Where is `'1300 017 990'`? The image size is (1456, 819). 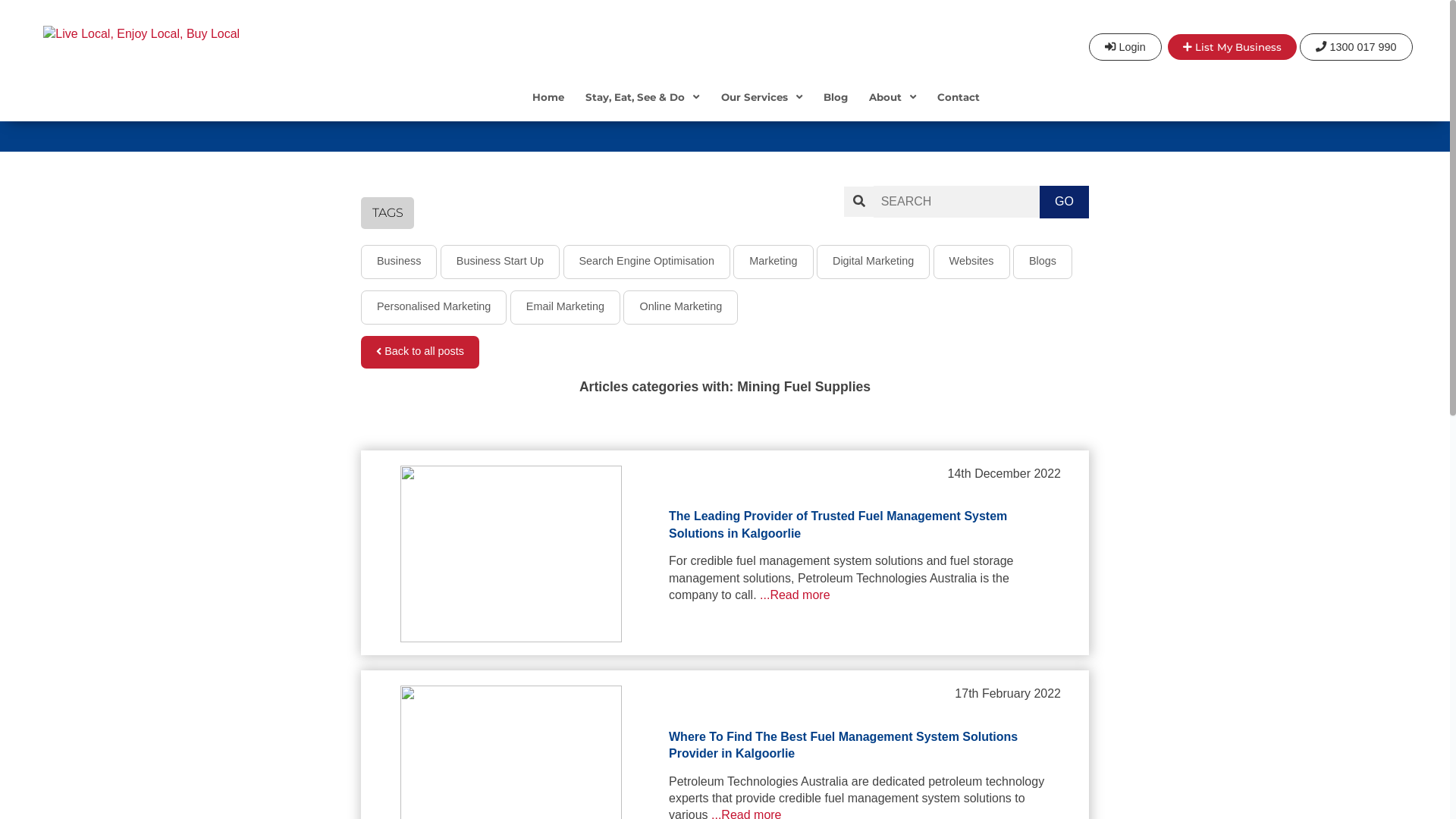
'1300 017 990' is located at coordinates (1356, 45).